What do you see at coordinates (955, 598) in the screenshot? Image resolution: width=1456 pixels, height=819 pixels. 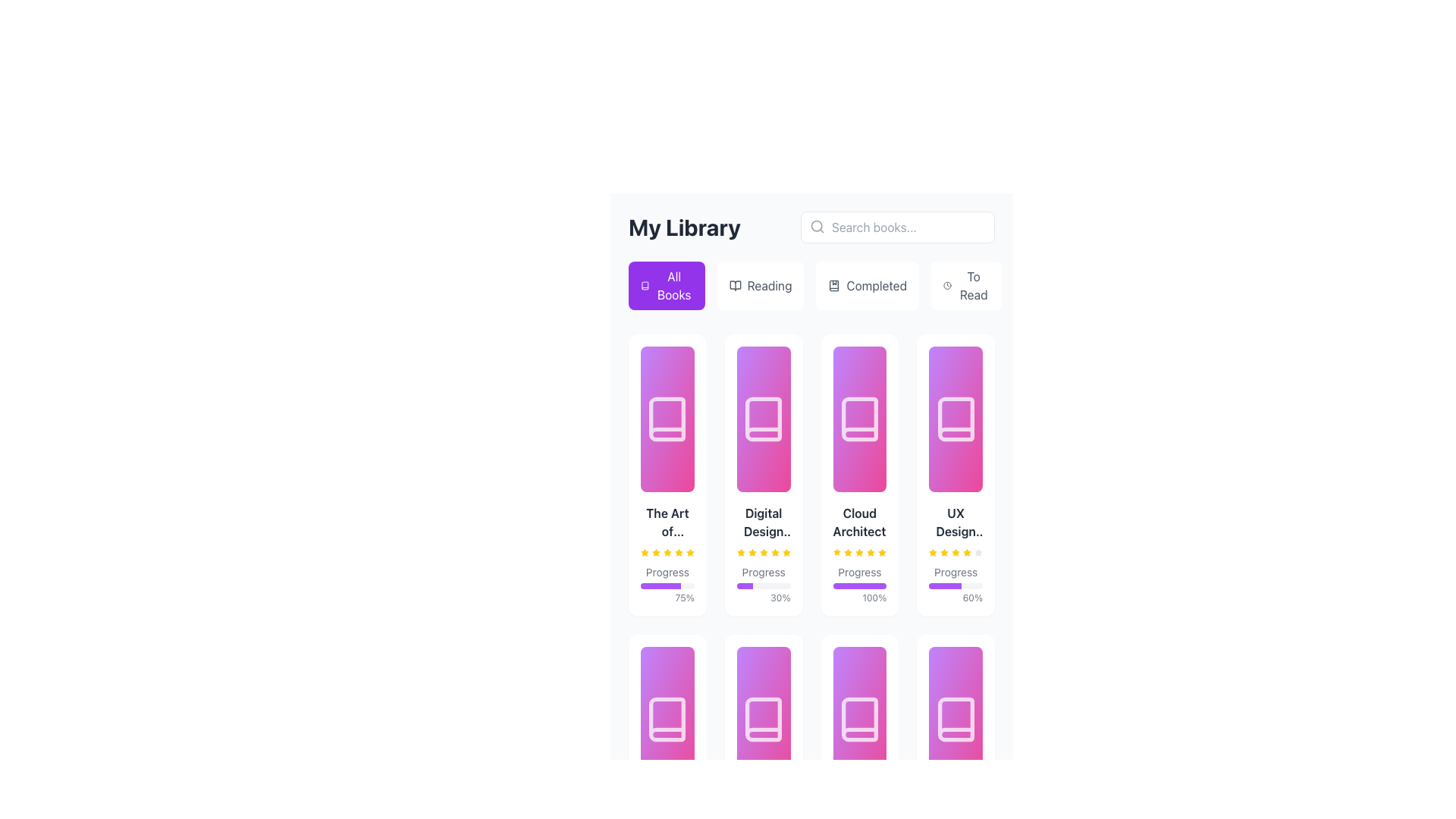 I see `the Text Label that displays the progress percentage, located at the bottom of the fourth card in the top row of the interface` at bounding box center [955, 598].